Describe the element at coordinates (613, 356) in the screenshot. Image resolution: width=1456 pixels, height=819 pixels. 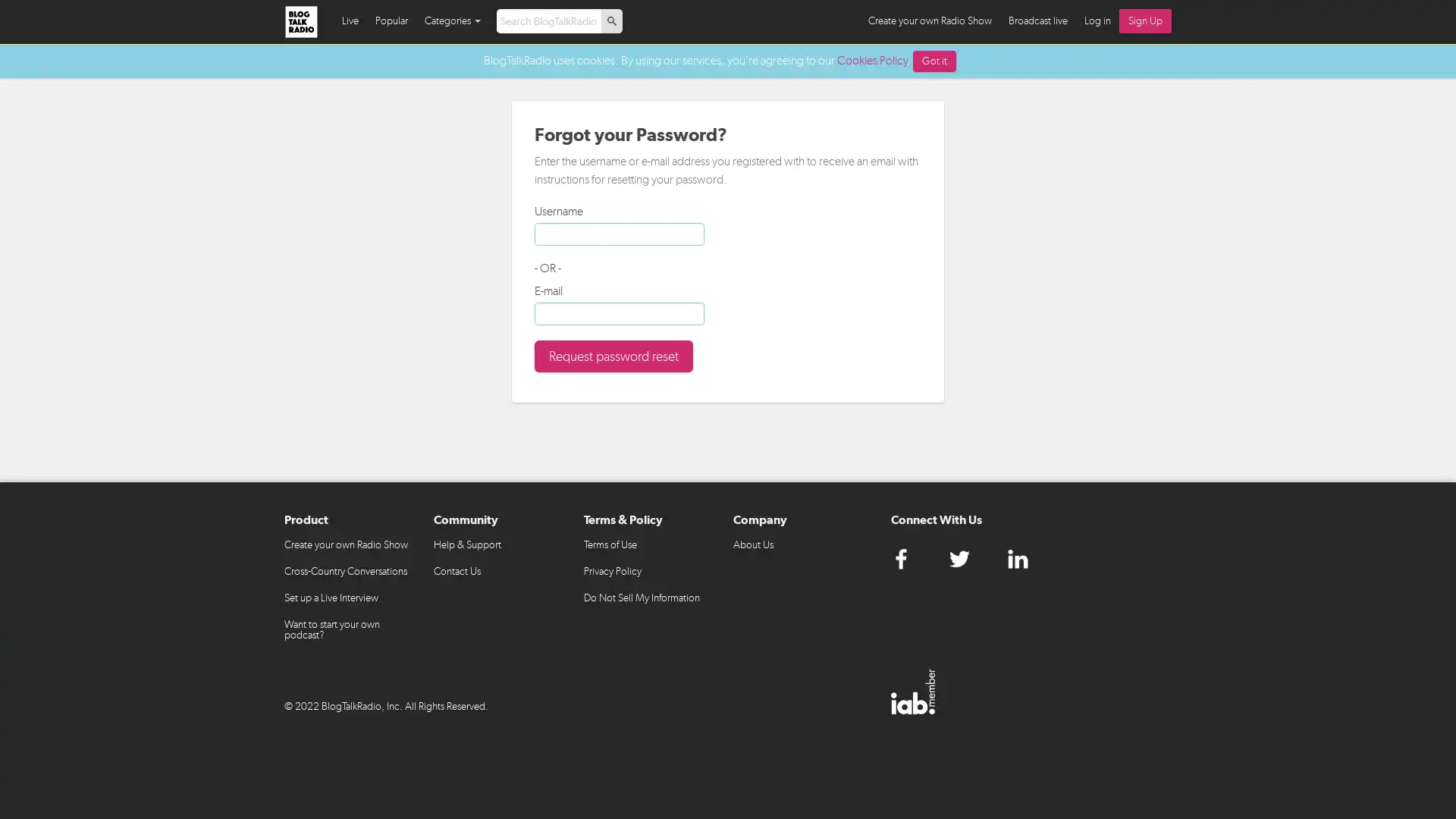
I see `Request password reset` at that location.